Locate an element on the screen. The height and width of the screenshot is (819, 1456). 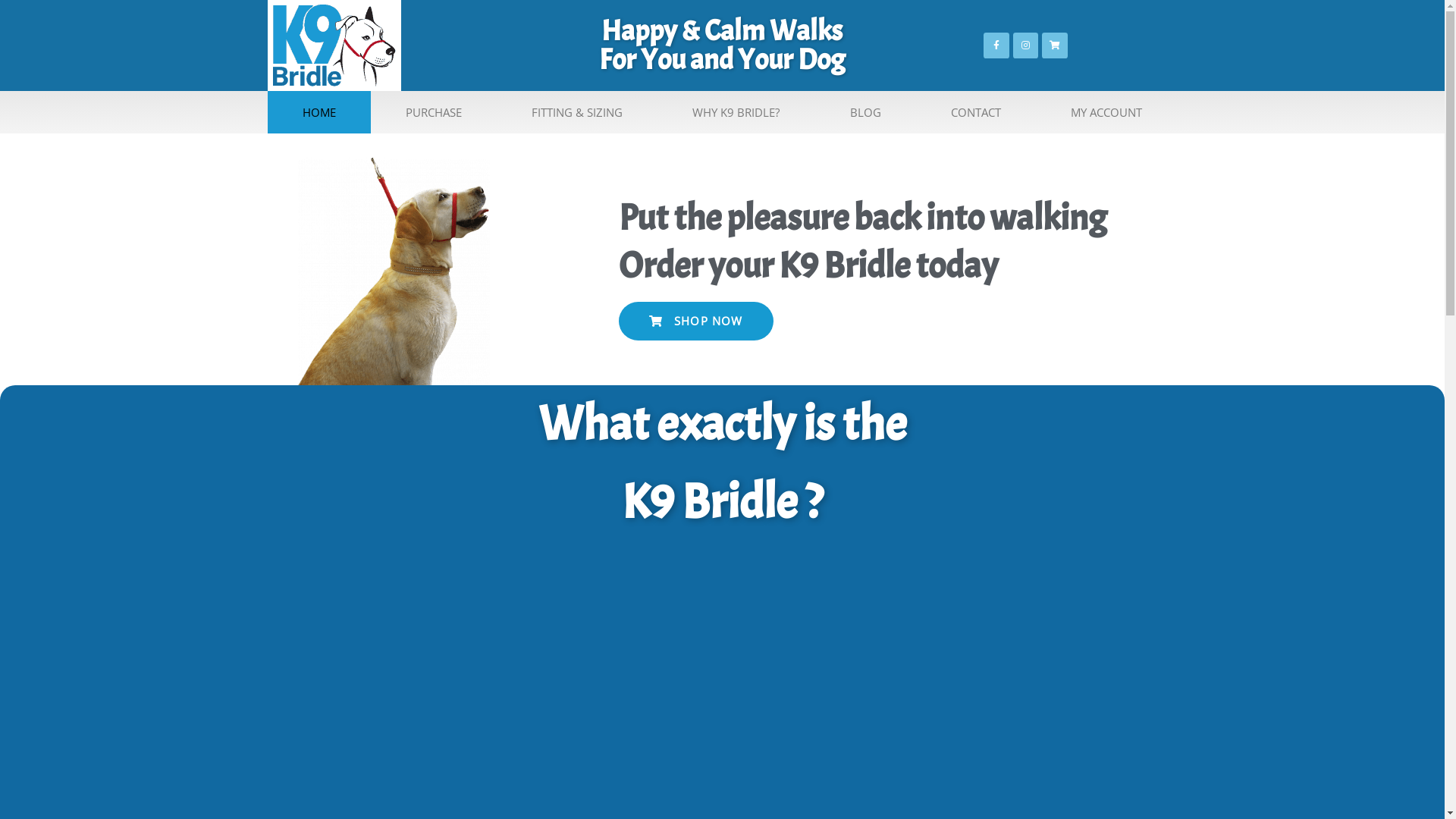
'SHOP NOW' is located at coordinates (619, 320).